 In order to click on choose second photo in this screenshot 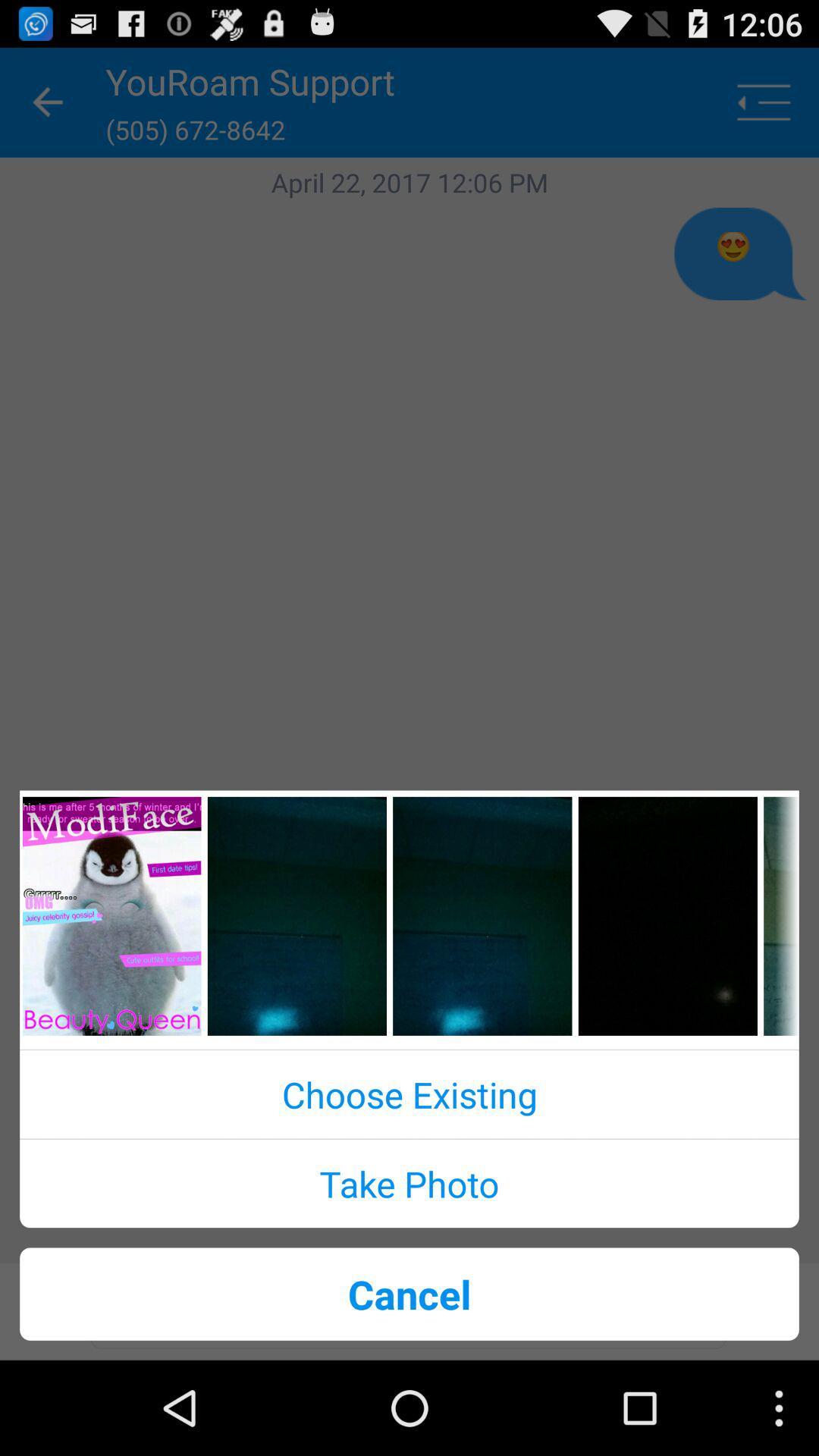, I will do `click(297, 915)`.